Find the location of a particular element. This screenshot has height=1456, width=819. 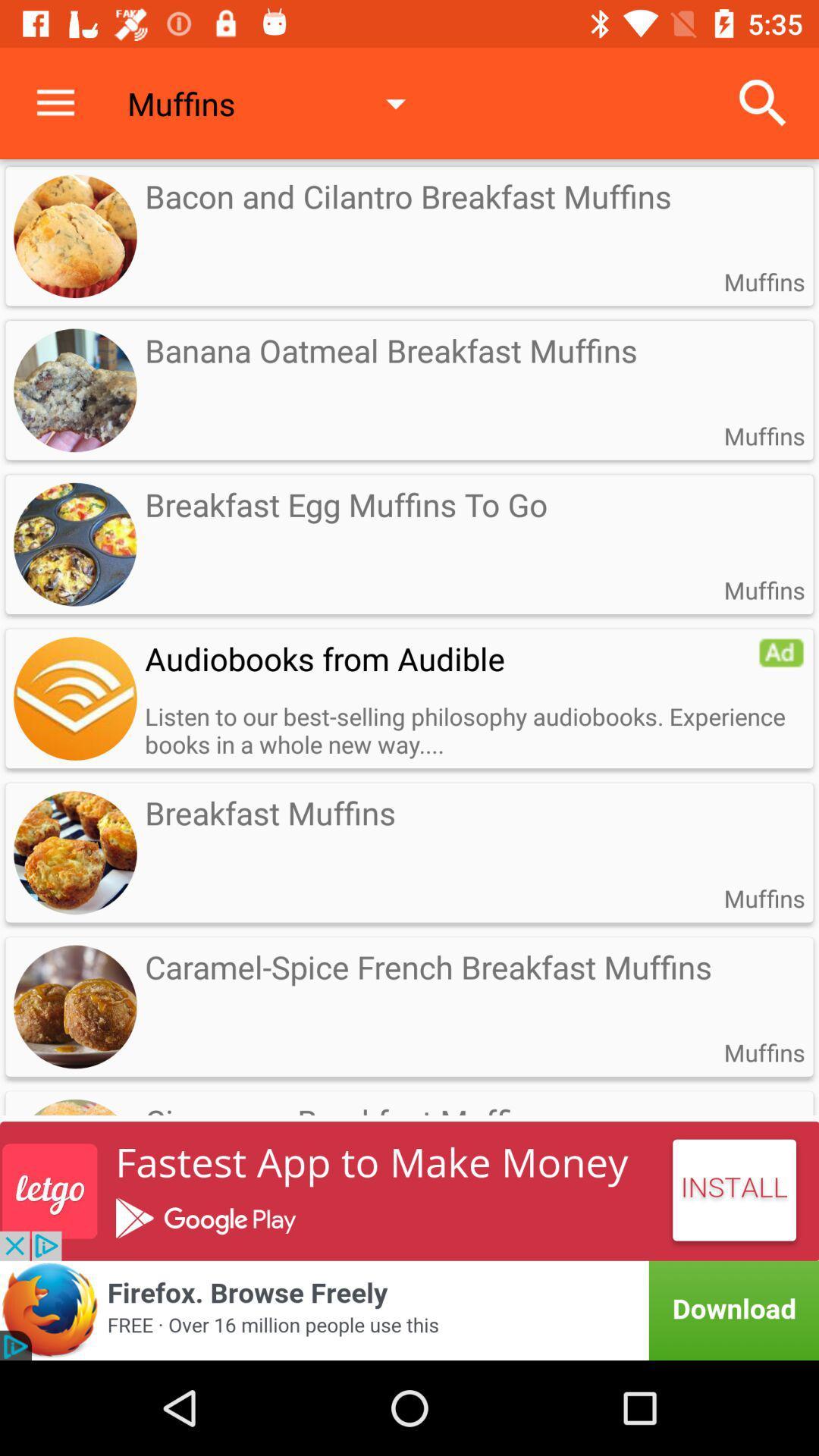

advertisement is located at coordinates (409, 1310).